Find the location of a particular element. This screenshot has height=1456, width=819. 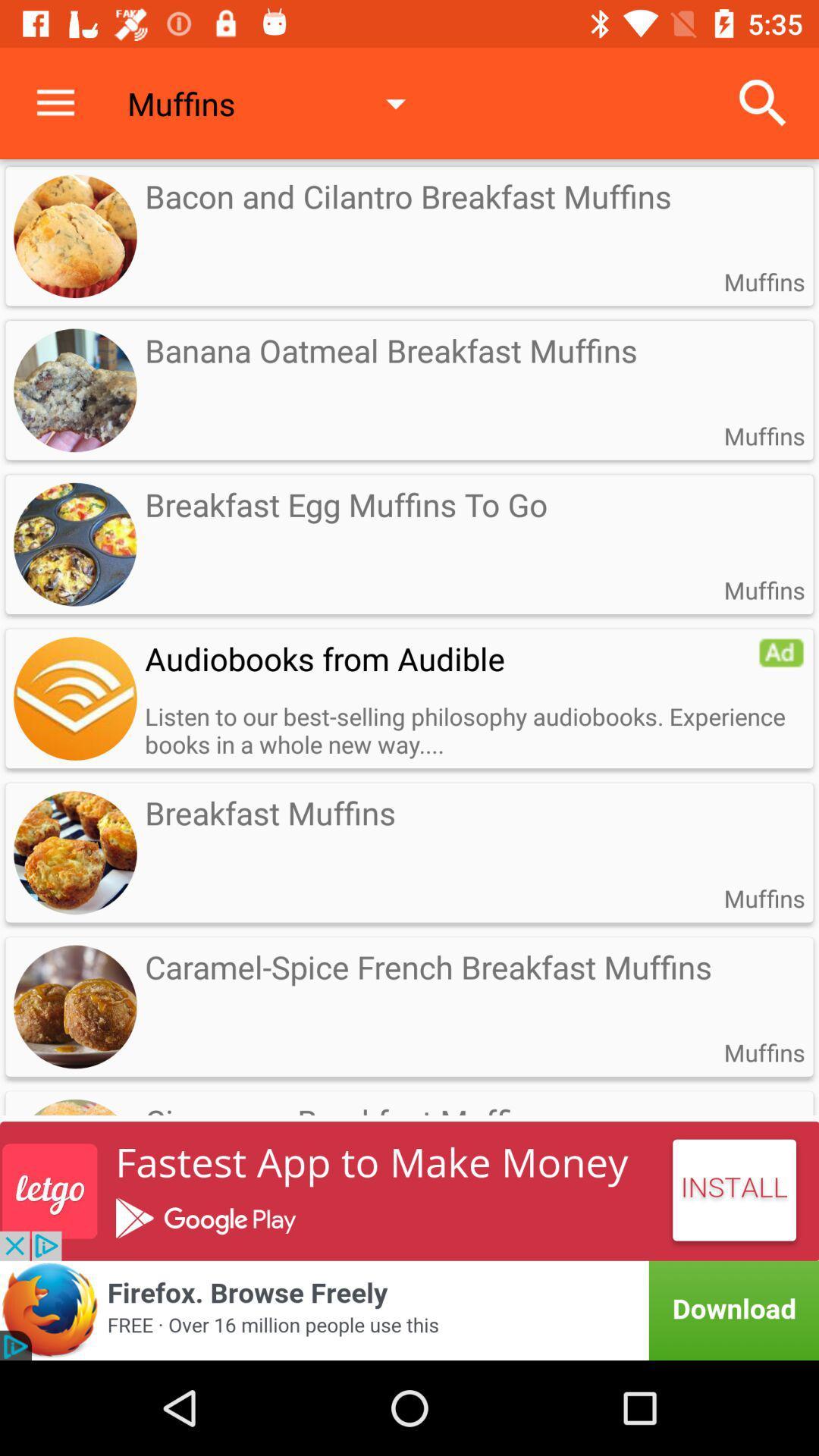

advertisement is located at coordinates (409, 1310).